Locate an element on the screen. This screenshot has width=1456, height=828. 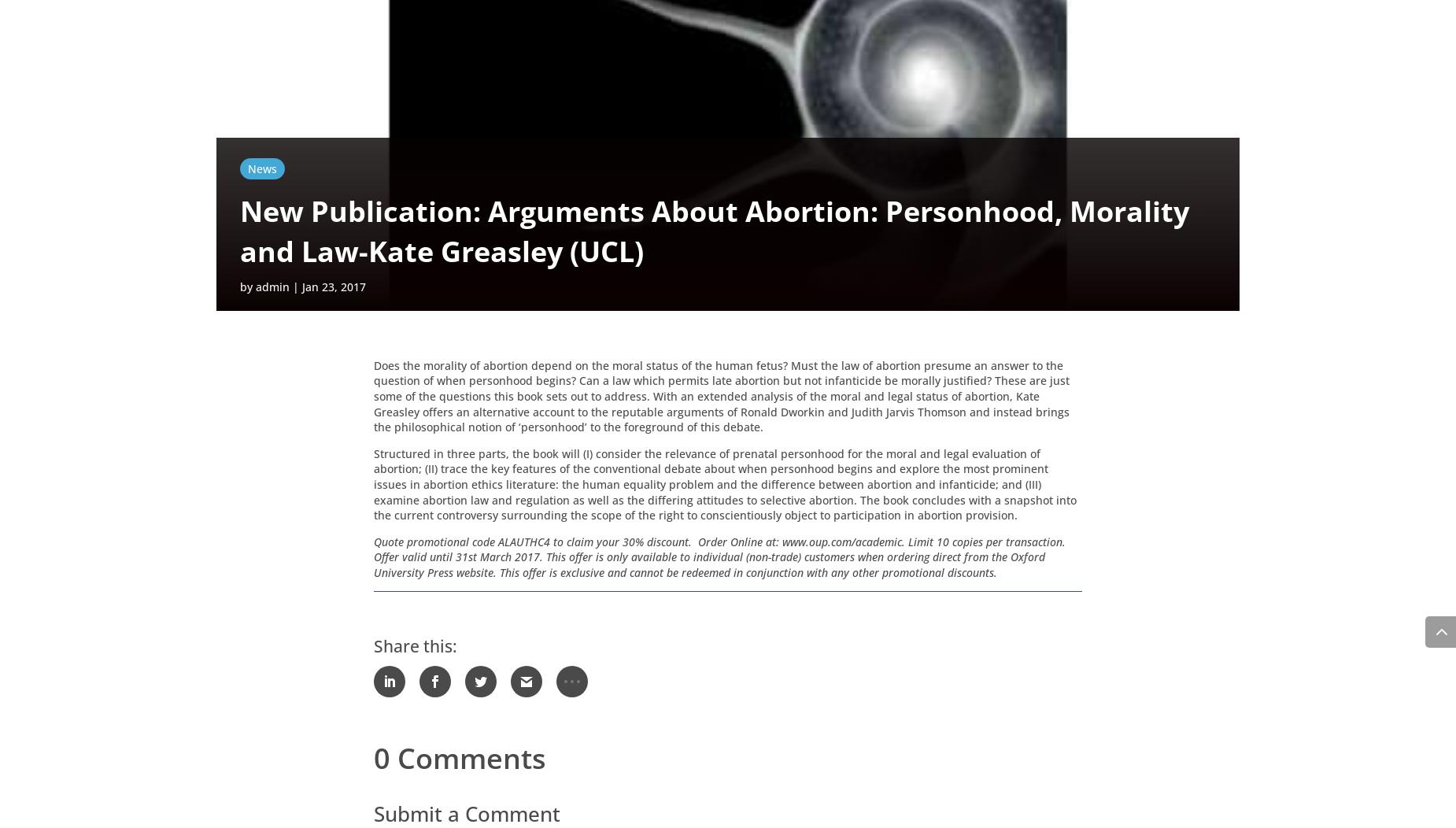
'Structured in three parts, the book will (I) consider the relevance of prenatal personhood for the moral and legal evaluation of abortion; (II) trace the key features of the conventional debate about when personhood begins and explore the most prominent issues in abortion ethics literature: the human equality problem and the difference between abortion and infanticide; and (III) examine abortion law and regulation as well as the differing attitudes to selective abortion. The book concludes with a snapshot into the current controversy surrounding the scope of the right to conscientiously object to participation in abortion provision.' is located at coordinates (725, 486).